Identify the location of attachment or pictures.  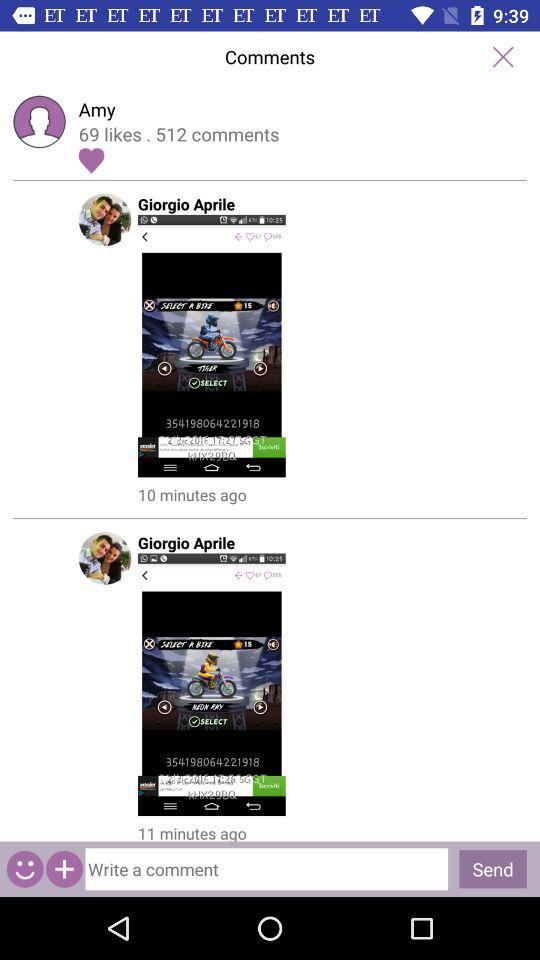
(64, 868).